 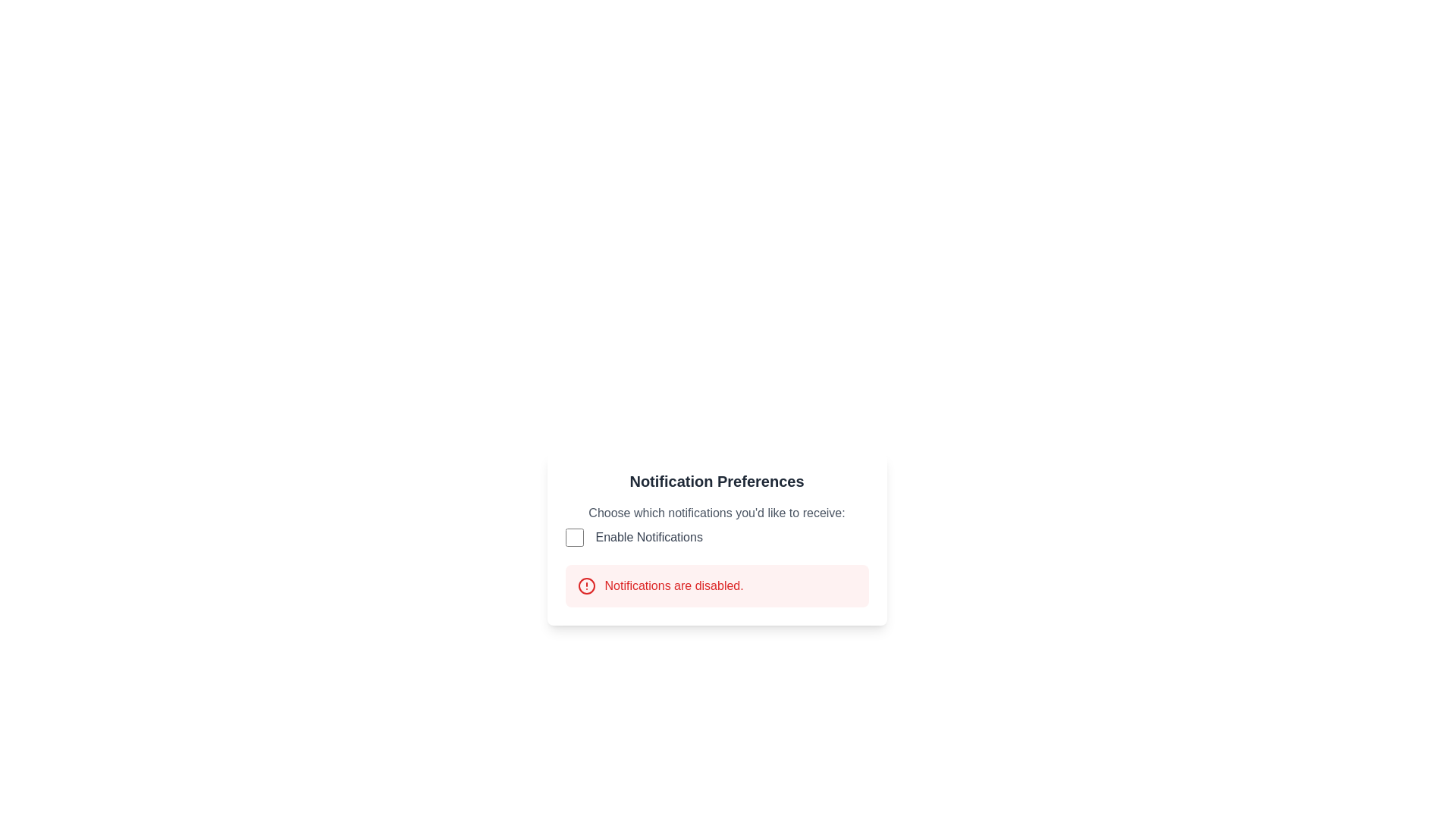 I want to click on the static text label that reads 'Choose which notifications you'd like to receive:', which is styled in gray and positioned above the checkbox for enabling notifications, so click(x=716, y=513).